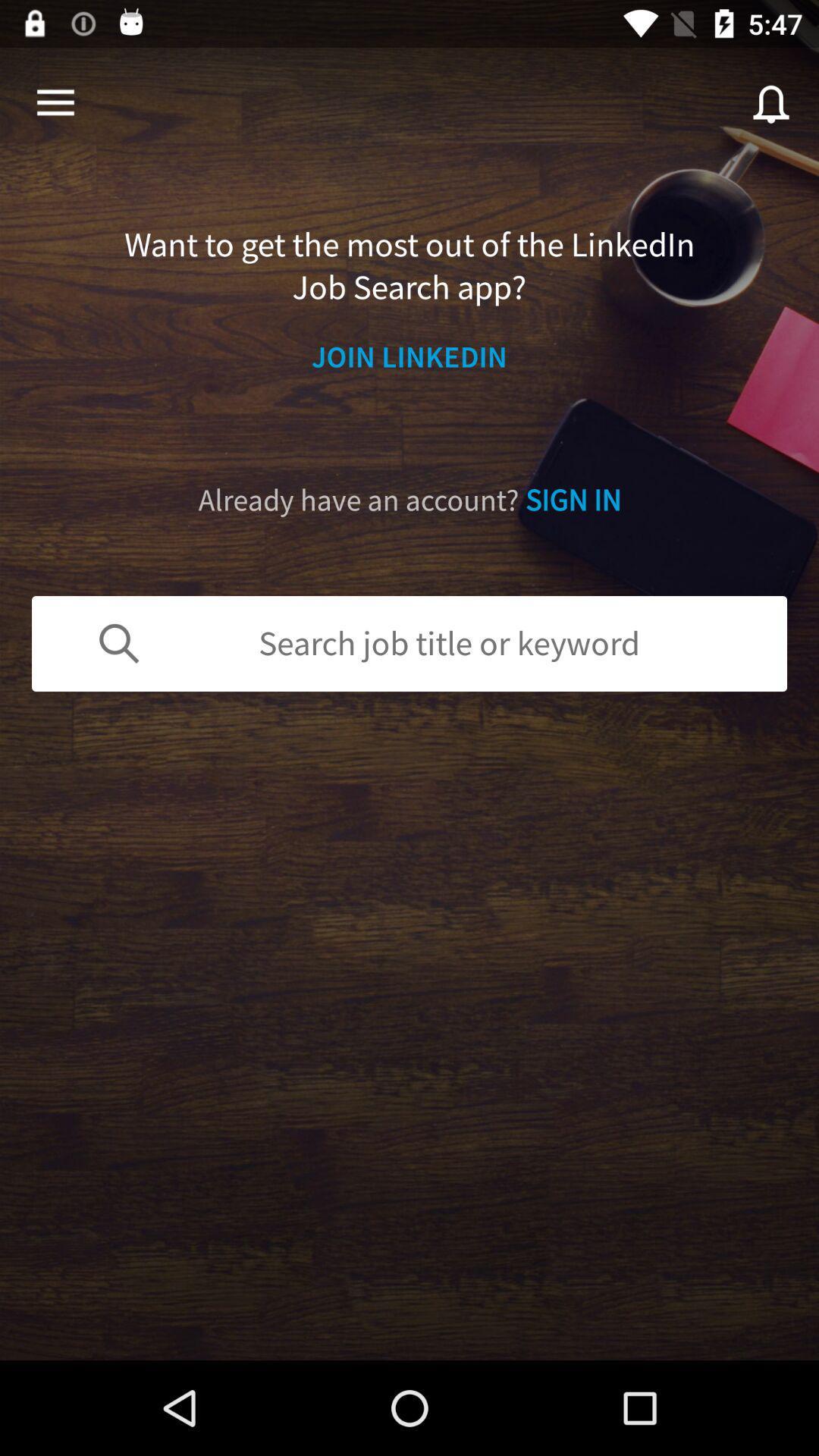 This screenshot has width=819, height=1456. I want to click on the already have an item, so click(409, 500).